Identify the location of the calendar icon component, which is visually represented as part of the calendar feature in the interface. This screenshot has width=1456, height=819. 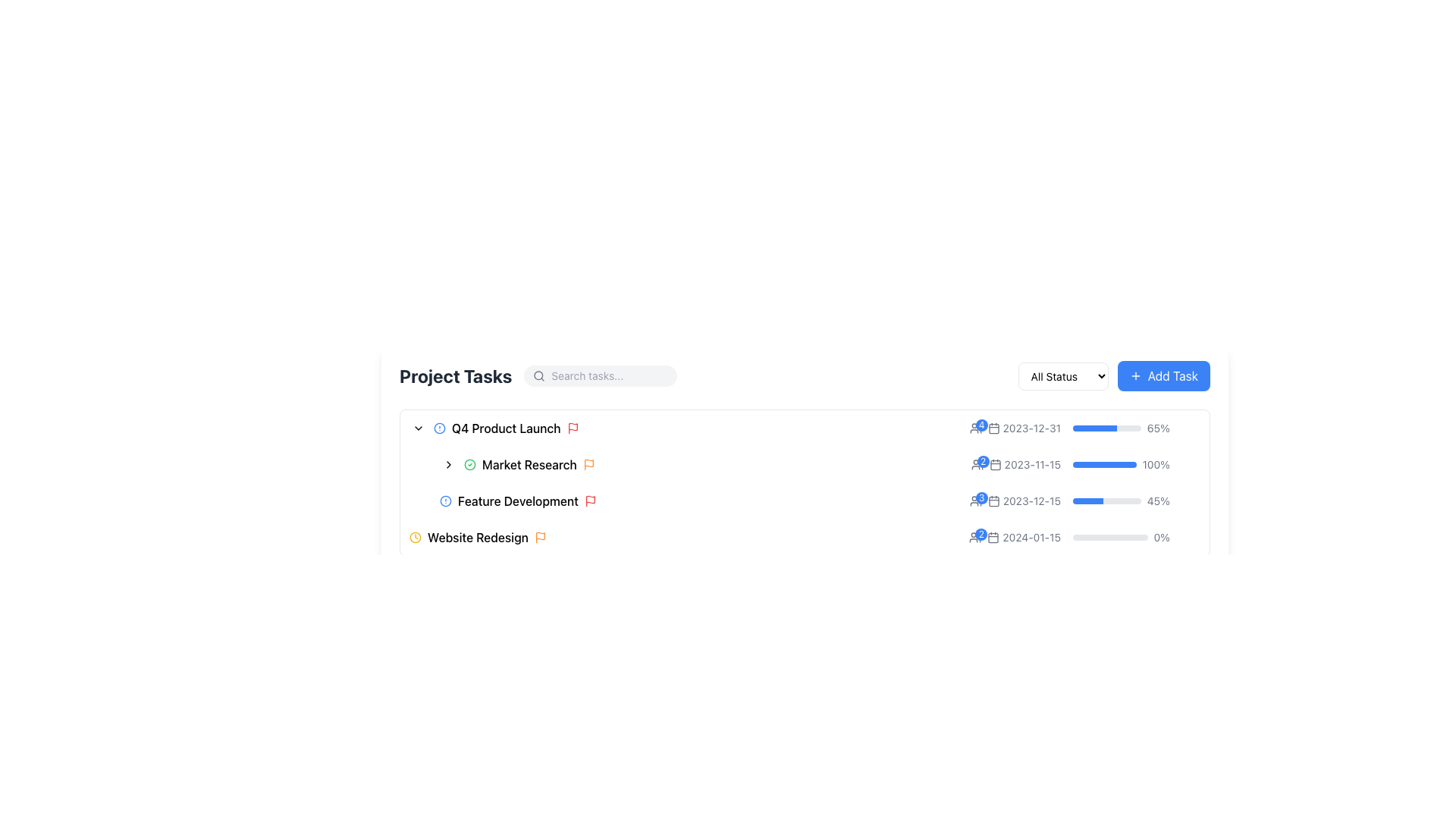
(995, 464).